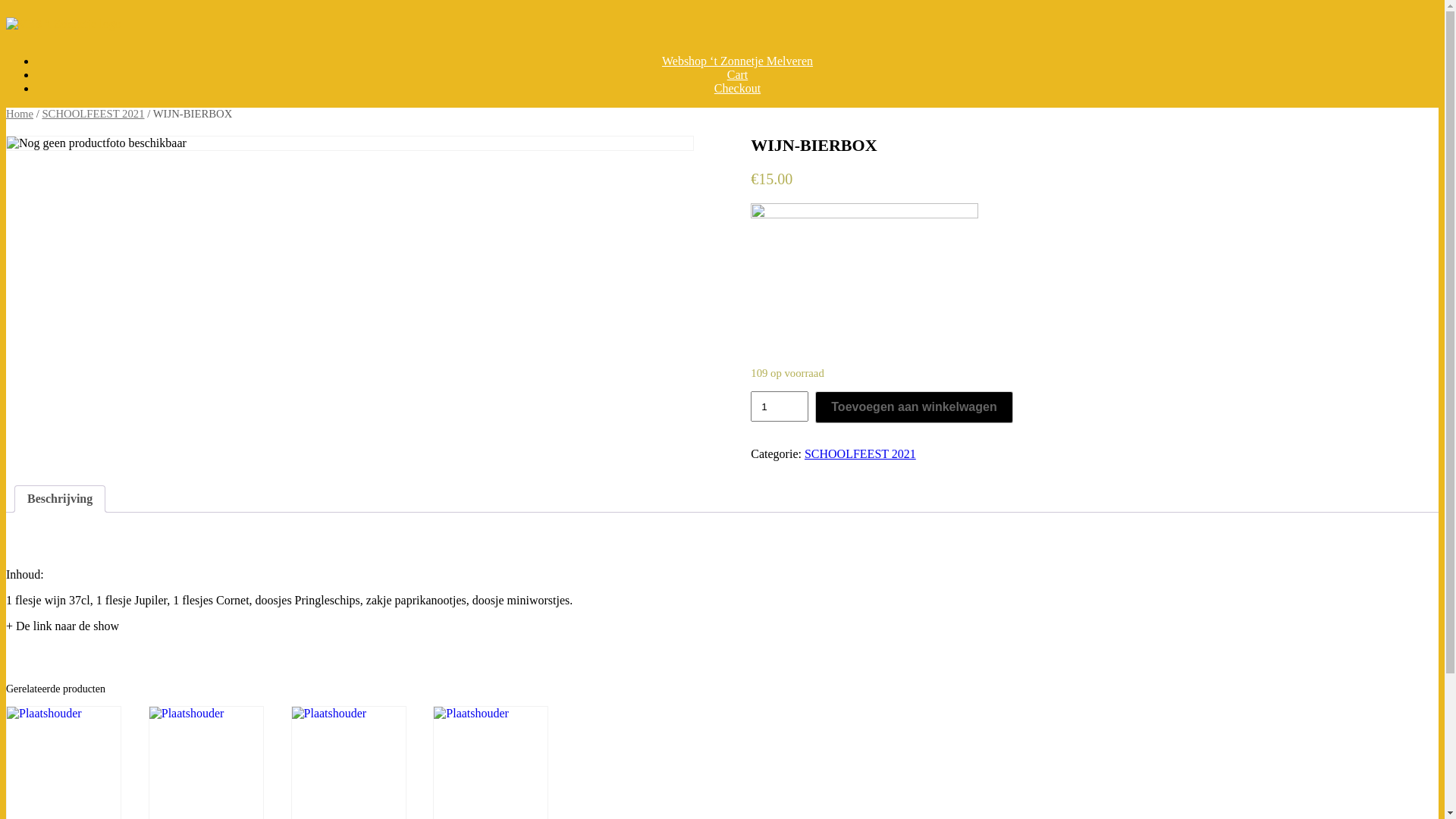 The width and height of the screenshot is (1456, 819). Describe the element at coordinates (814, 406) in the screenshot. I see `'Toevoegen aan winkelwagen'` at that location.